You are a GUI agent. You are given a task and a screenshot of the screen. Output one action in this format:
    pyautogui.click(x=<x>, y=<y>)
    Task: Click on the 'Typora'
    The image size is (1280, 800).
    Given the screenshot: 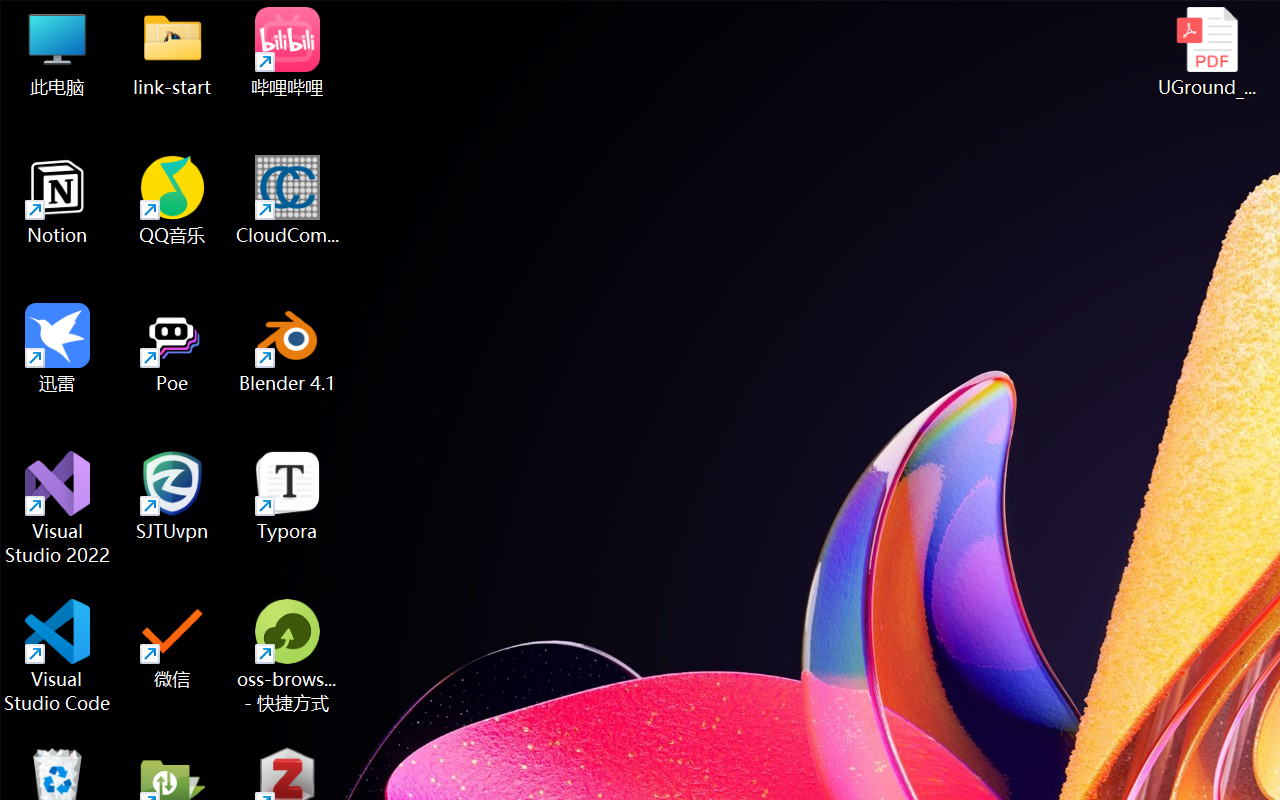 What is the action you would take?
    pyautogui.click(x=287, y=496)
    